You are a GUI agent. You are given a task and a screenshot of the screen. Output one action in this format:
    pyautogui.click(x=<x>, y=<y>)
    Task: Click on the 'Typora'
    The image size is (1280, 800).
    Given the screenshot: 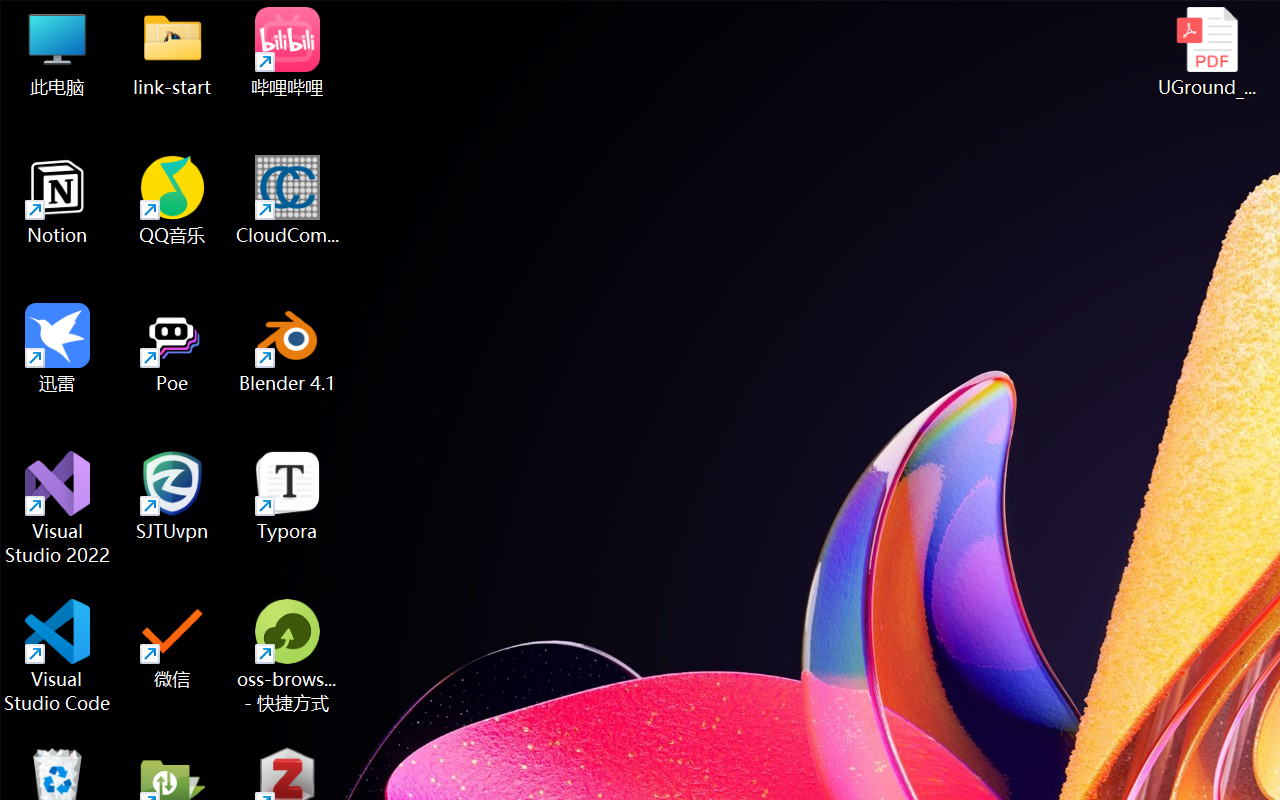 What is the action you would take?
    pyautogui.click(x=287, y=496)
    